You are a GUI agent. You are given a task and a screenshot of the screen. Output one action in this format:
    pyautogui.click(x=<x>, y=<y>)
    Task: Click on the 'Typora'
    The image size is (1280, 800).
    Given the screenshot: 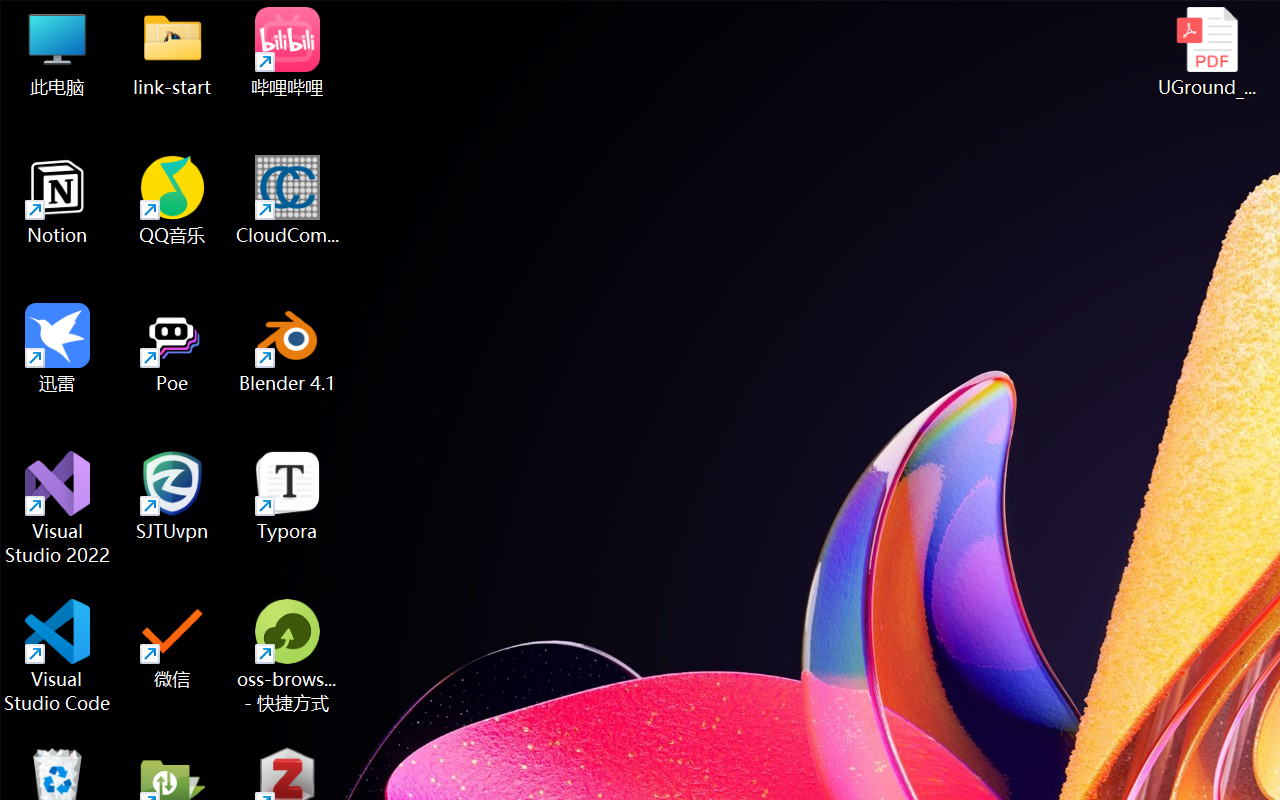 What is the action you would take?
    pyautogui.click(x=287, y=496)
    